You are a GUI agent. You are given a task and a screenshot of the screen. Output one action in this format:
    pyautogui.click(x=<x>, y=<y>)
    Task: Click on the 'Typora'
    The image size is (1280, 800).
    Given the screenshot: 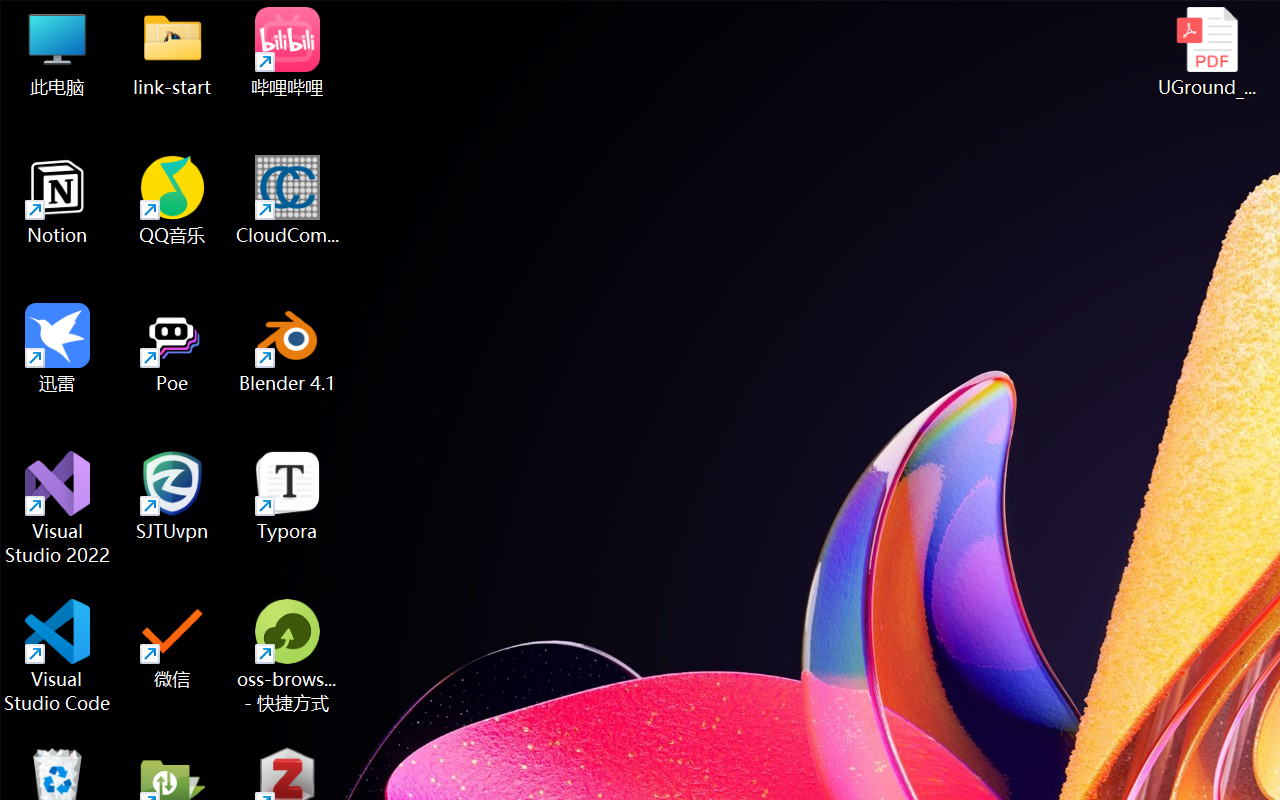 What is the action you would take?
    pyautogui.click(x=287, y=496)
    